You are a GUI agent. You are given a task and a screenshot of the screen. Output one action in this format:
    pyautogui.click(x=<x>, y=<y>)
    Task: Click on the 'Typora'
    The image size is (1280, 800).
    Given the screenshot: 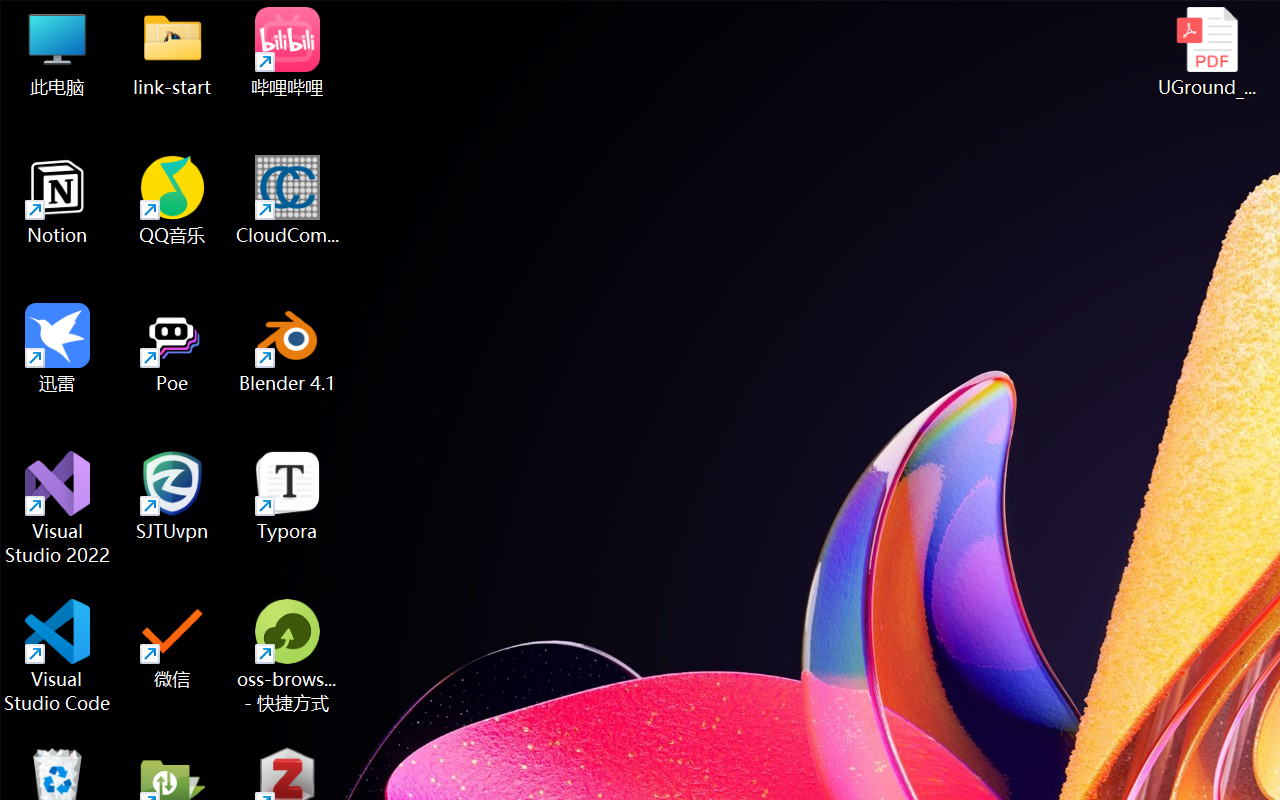 What is the action you would take?
    pyautogui.click(x=287, y=496)
    